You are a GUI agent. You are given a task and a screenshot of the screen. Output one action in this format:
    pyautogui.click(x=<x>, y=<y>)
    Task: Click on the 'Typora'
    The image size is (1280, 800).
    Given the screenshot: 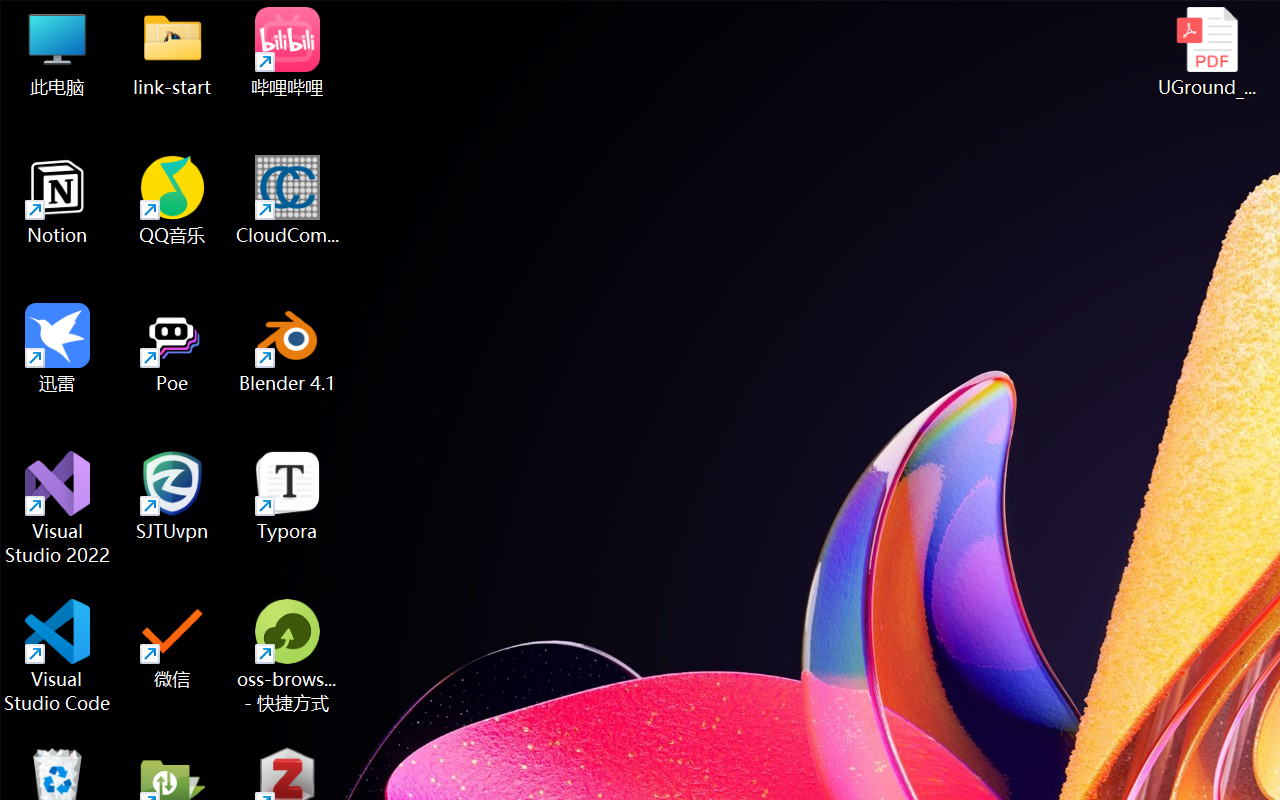 What is the action you would take?
    pyautogui.click(x=287, y=496)
    